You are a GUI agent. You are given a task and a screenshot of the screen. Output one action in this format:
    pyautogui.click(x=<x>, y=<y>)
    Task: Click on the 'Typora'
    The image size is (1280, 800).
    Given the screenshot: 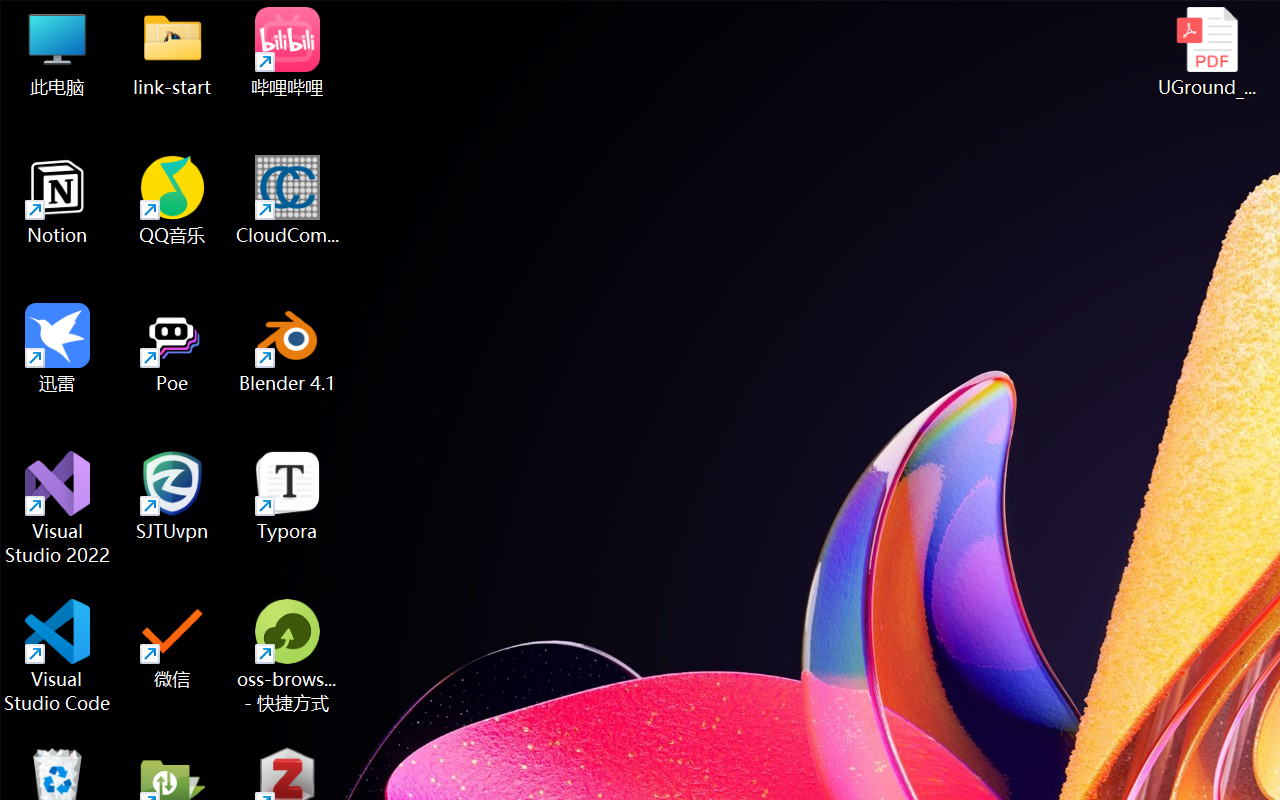 What is the action you would take?
    pyautogui.click(x=287, y=496)
    